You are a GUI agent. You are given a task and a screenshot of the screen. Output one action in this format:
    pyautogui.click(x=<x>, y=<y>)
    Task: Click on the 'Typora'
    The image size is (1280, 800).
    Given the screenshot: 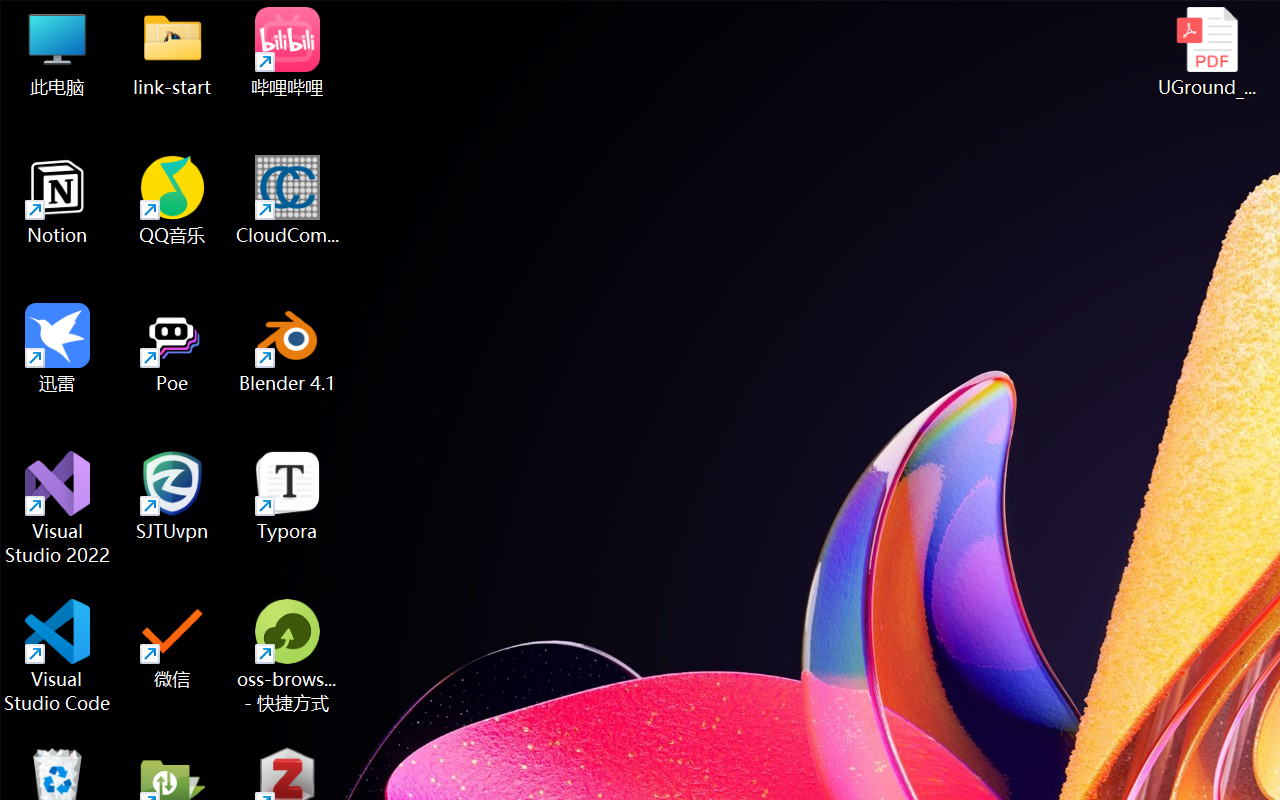 What is the action you would take?
    pyautogui.click(x=287, y=496)
    